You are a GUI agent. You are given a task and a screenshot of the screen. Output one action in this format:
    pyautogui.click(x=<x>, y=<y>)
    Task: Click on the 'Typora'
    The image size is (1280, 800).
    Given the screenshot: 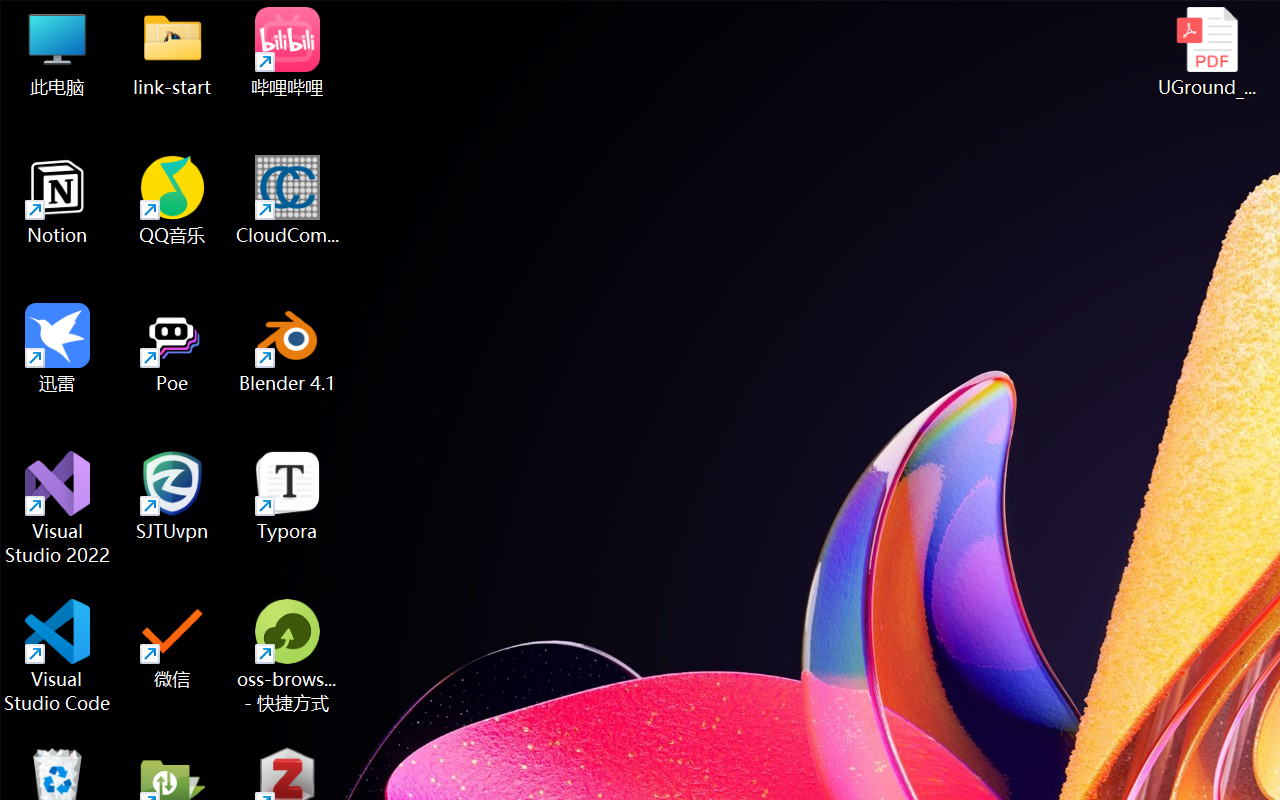 What is the action you would take?
    pyautogui.click(x=287, y=496)
    